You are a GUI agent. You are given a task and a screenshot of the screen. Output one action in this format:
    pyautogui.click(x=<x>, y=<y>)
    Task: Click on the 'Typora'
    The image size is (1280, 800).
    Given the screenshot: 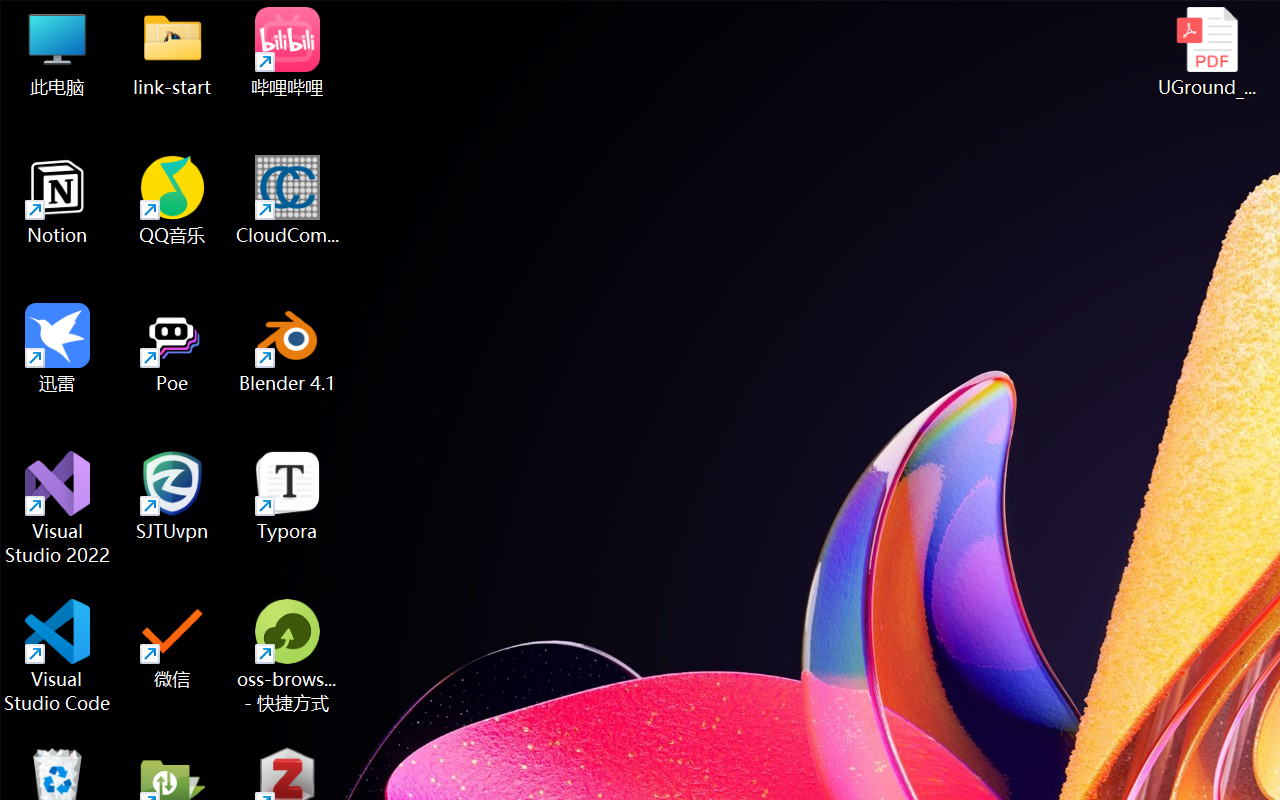 What is the action you would take?
    pyautogui.click(x=287, y=496)
    